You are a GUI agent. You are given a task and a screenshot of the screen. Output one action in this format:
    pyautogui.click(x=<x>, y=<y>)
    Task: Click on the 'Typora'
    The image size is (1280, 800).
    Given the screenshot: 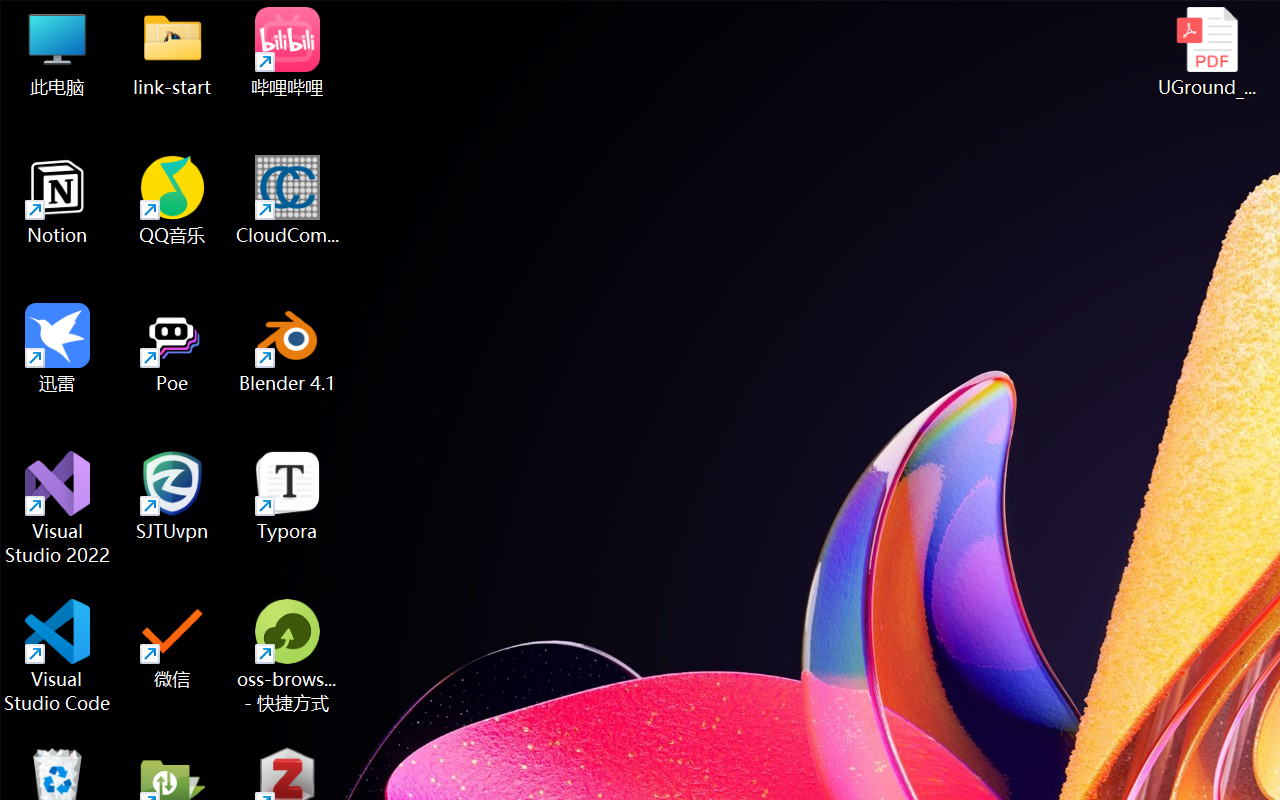 What is the action you would take?
    pyautogui.click(x=287, y=496)
    